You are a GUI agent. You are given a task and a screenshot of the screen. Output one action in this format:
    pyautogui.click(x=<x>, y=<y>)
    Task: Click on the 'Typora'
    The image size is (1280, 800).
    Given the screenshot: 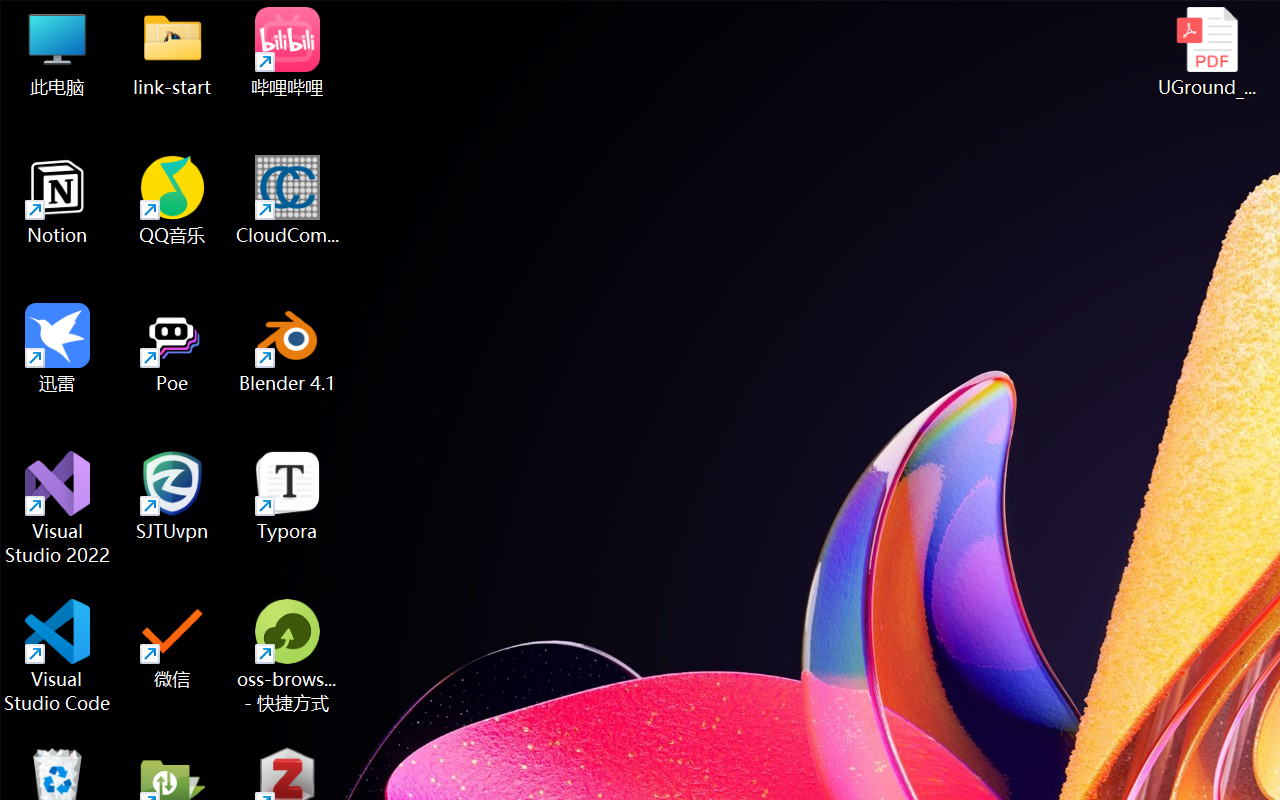 What is the action you would take?
    pyautogui.click(x=287, y=496)
    